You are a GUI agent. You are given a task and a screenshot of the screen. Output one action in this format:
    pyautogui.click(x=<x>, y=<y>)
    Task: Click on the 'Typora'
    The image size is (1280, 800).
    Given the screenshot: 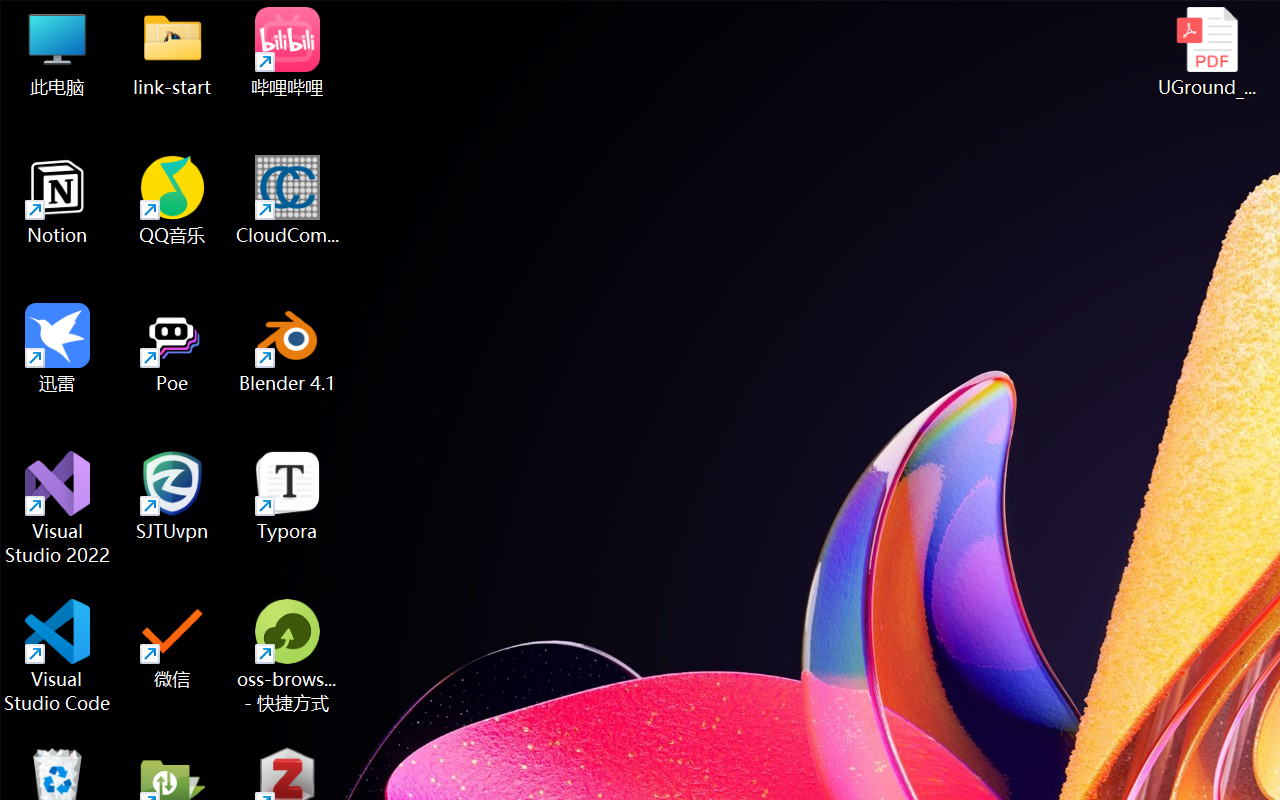 What is the action you would take?
    pyautogui.click(x=287, y=496)
    